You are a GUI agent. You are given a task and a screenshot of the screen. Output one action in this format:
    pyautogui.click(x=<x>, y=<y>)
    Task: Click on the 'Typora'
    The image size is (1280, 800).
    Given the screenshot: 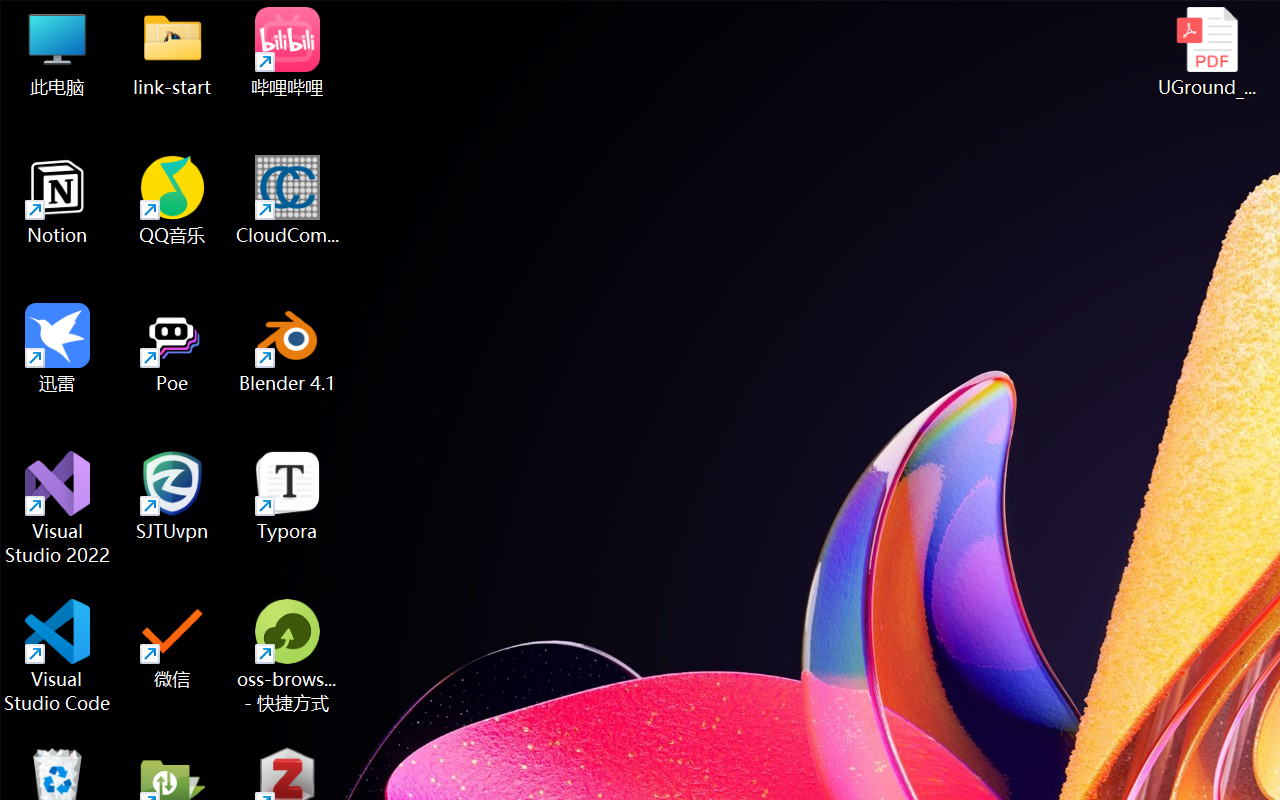 What is the action you would take?
    pyautogui.click(x=287, y=496)
    